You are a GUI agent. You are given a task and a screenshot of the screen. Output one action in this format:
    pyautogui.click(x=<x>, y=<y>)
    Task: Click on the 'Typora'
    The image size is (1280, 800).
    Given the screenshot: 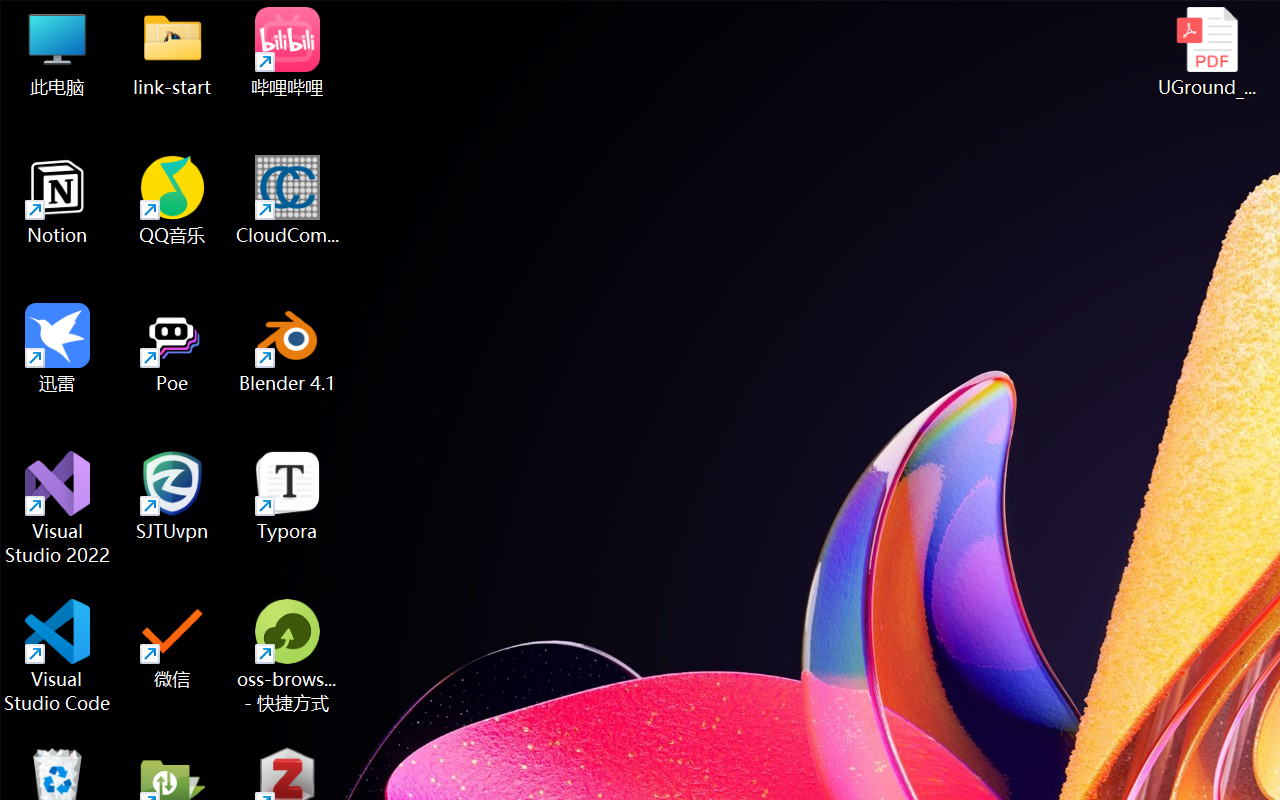 What is the action you would take?
    pyautogui.click(x=287, y=496)
    